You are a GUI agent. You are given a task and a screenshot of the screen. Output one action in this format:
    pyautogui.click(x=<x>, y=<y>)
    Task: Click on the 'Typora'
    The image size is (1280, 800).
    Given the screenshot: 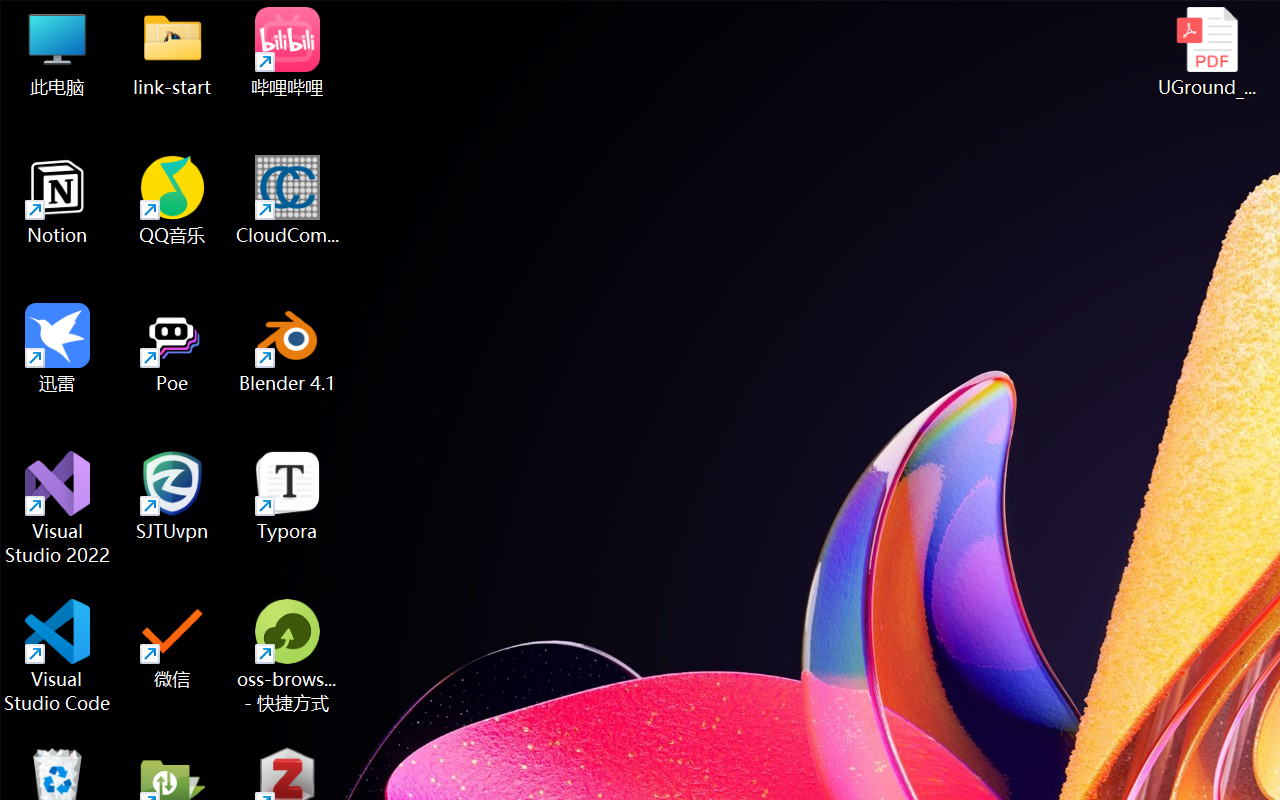 What is the action you would take?
    pyautogui.click(x=287, y=496)
    